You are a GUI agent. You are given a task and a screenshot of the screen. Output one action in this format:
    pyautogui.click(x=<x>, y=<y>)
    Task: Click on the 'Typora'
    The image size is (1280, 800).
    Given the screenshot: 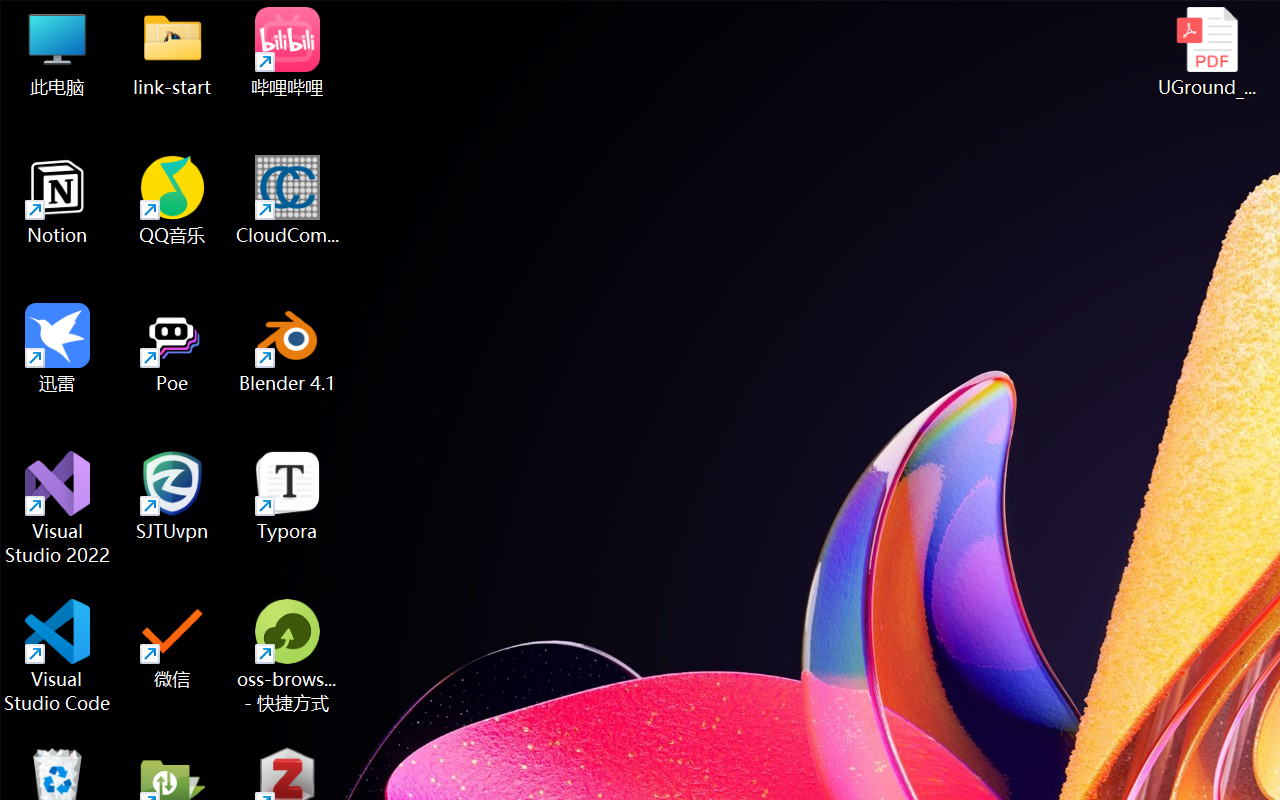 What is the action you would take?
    pyautogui.click(x=287, y=496)
    